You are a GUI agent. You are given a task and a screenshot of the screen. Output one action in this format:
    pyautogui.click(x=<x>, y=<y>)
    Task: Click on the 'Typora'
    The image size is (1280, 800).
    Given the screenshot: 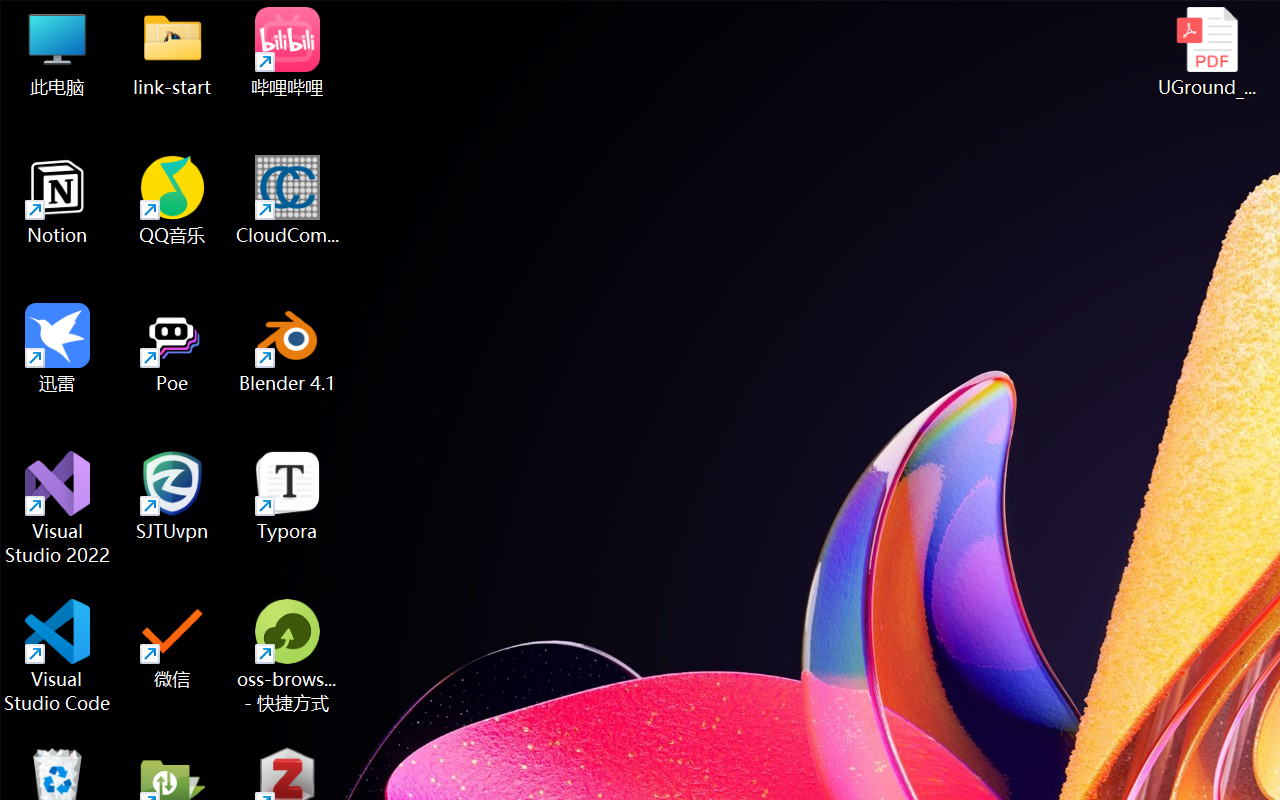 What is the action you would take?
    pyautogui.click(x=287, y=496)
    